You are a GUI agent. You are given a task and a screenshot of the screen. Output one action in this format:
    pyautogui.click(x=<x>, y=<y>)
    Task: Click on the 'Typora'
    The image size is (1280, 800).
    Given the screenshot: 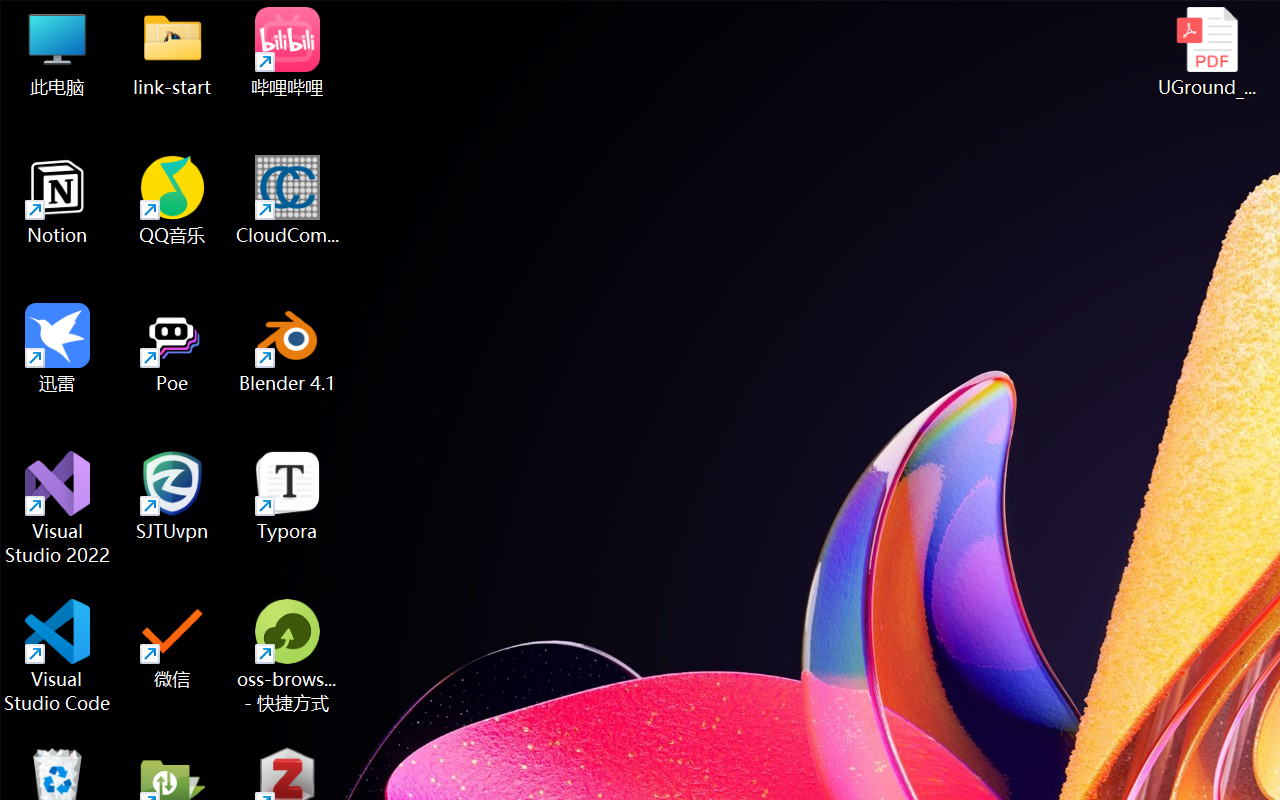 What is the action you would take?
    pyautogui.click(x=287, y=496)
    